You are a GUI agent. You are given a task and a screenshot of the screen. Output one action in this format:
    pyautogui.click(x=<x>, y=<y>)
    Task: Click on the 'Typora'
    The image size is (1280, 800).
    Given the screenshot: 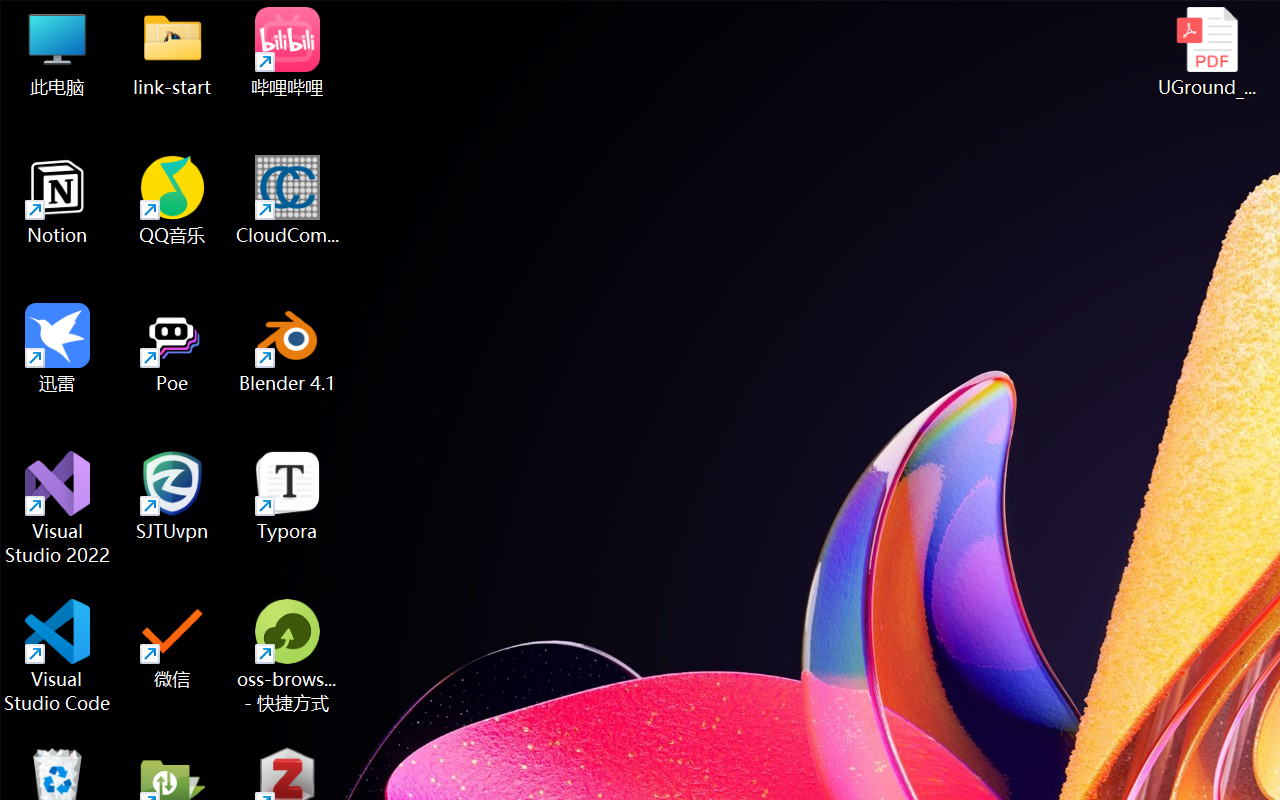 What is the action you would take?
    pyautogui.click(x=287, y=496)
    